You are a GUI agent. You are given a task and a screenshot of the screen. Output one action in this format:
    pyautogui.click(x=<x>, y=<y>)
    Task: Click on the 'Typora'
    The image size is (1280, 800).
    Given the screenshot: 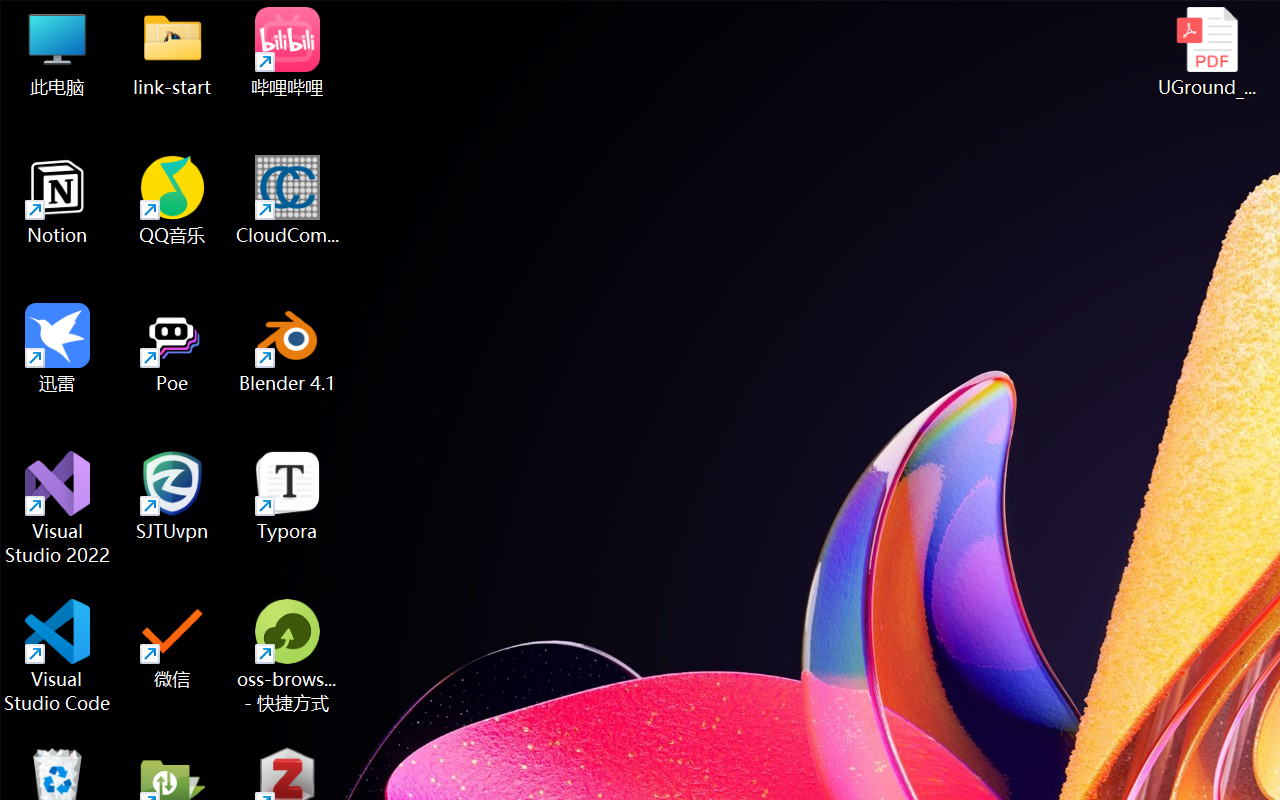 What is the action you would take?
    pyautogui.click(x=287, y=496)
    